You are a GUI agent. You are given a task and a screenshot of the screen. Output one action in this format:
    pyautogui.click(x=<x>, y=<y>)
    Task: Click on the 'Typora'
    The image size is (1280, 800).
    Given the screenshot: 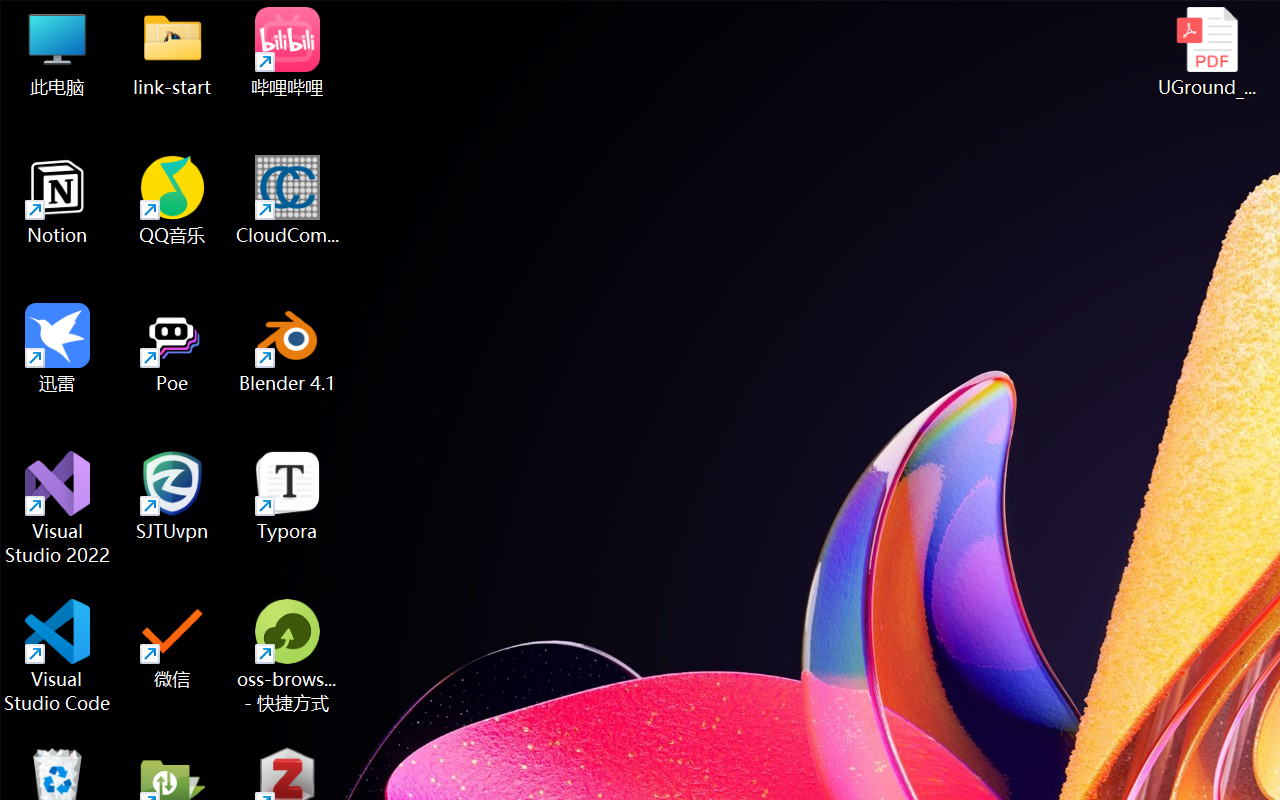 What is the action you would take?
    pyautogui.click(x=287, y=496)
    